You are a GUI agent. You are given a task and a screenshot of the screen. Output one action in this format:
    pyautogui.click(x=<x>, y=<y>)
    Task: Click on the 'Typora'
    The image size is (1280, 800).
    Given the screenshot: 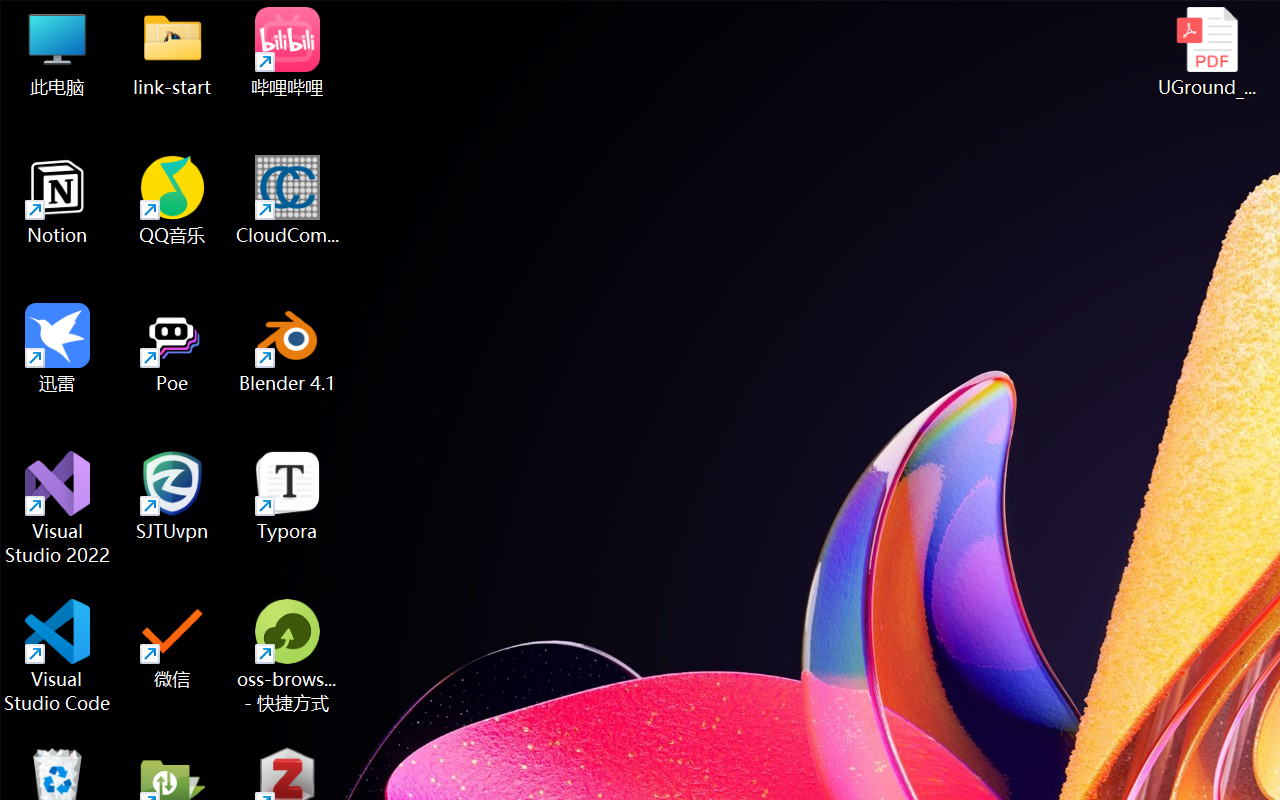 What is the action you would take?
    pyautogui.click(x=287, y=496)
    